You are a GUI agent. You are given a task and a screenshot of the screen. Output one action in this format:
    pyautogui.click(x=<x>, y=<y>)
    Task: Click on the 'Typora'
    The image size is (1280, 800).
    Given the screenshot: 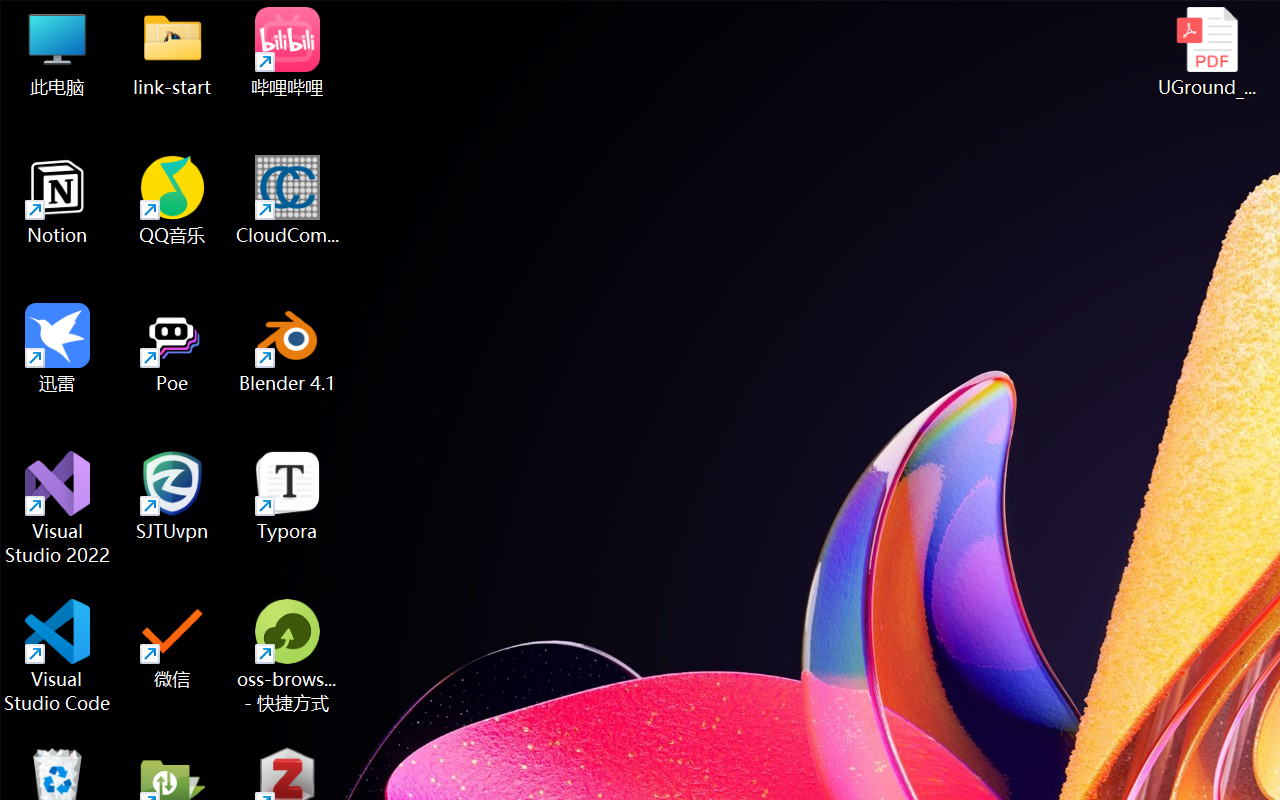 What is the action you would take?
    pyautogui.click(x=287, y=496)
    